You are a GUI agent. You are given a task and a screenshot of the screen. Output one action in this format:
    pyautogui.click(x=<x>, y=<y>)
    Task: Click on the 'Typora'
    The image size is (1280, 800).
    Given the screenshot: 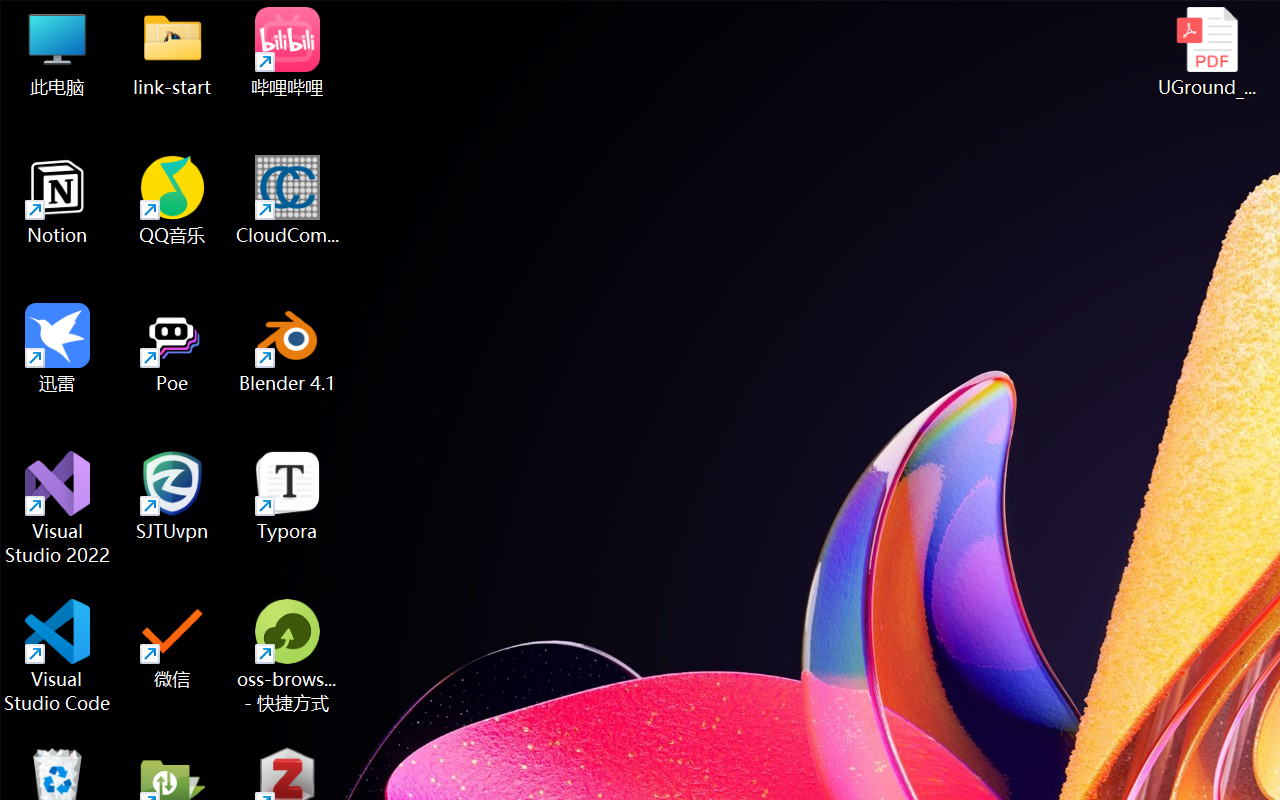 What is the action you would take?
    pyautogui.click(x=287, y=496)
    